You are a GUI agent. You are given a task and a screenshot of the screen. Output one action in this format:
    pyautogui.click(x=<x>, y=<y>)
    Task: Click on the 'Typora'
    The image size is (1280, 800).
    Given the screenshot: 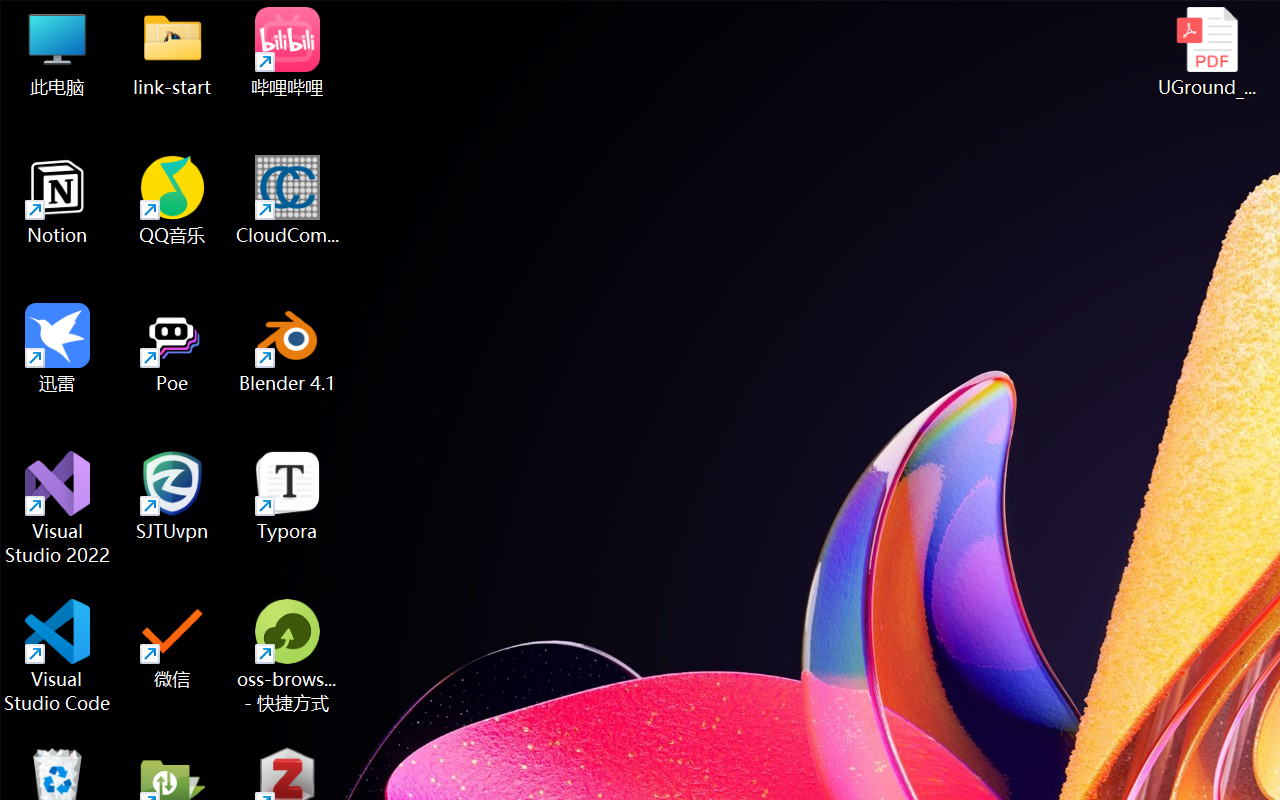 What is the action you would take?
    pyautogui.click(x=287, y=496)
    